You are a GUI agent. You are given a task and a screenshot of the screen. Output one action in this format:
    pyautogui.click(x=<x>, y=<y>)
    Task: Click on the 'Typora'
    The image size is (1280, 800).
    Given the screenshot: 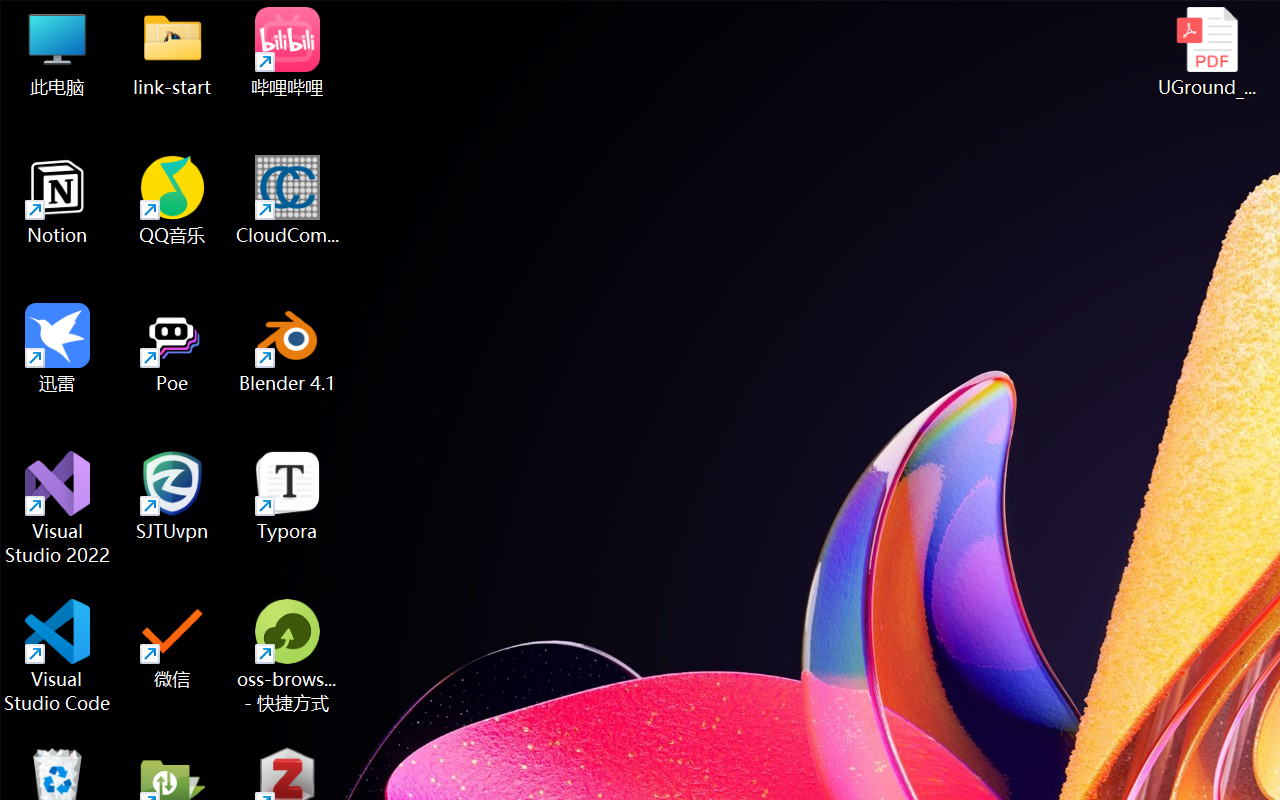 What is the action you would take?
    pyautogui.click(x=287, y=496)
    